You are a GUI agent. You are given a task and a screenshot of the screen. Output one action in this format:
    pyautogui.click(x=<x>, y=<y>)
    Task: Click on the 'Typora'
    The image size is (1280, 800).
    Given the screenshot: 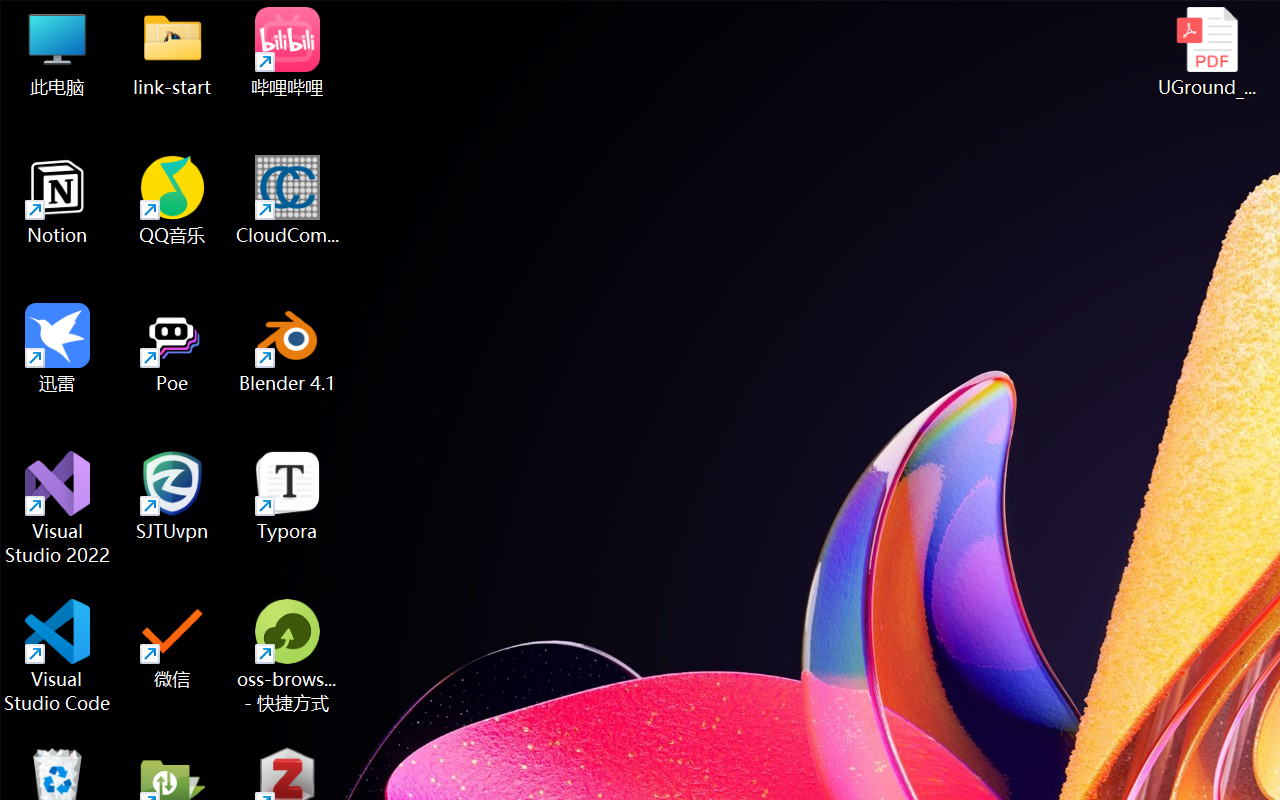 What is the action you would take?
    pyautogui.click(x=287, y=496)
    